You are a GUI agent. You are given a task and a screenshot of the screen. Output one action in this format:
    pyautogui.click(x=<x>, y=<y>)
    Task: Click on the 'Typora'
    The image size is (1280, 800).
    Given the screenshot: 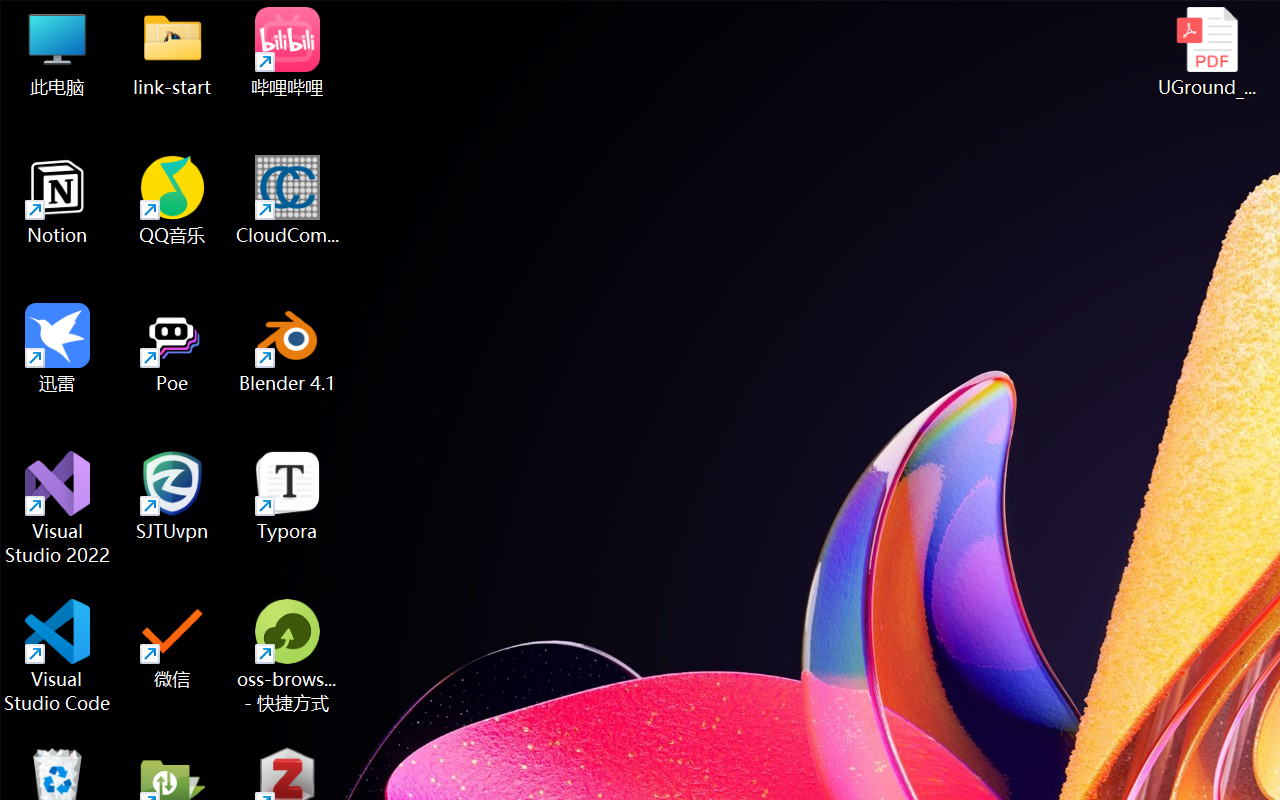 What is the action you would take?
    pyautogui.click(x=287, y=496)
    